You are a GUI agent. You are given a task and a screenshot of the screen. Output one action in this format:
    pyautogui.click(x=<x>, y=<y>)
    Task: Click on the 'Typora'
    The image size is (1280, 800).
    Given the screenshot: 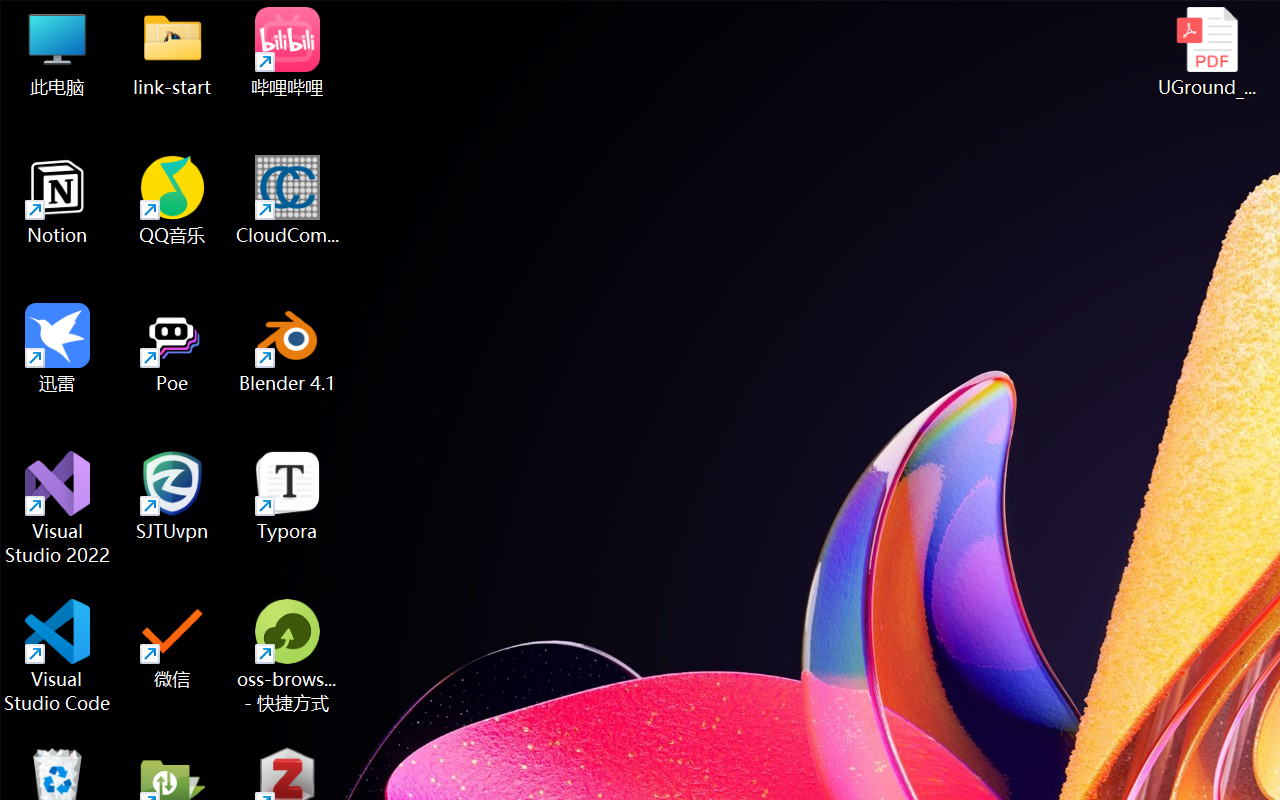 What is the action you would take?
    pyautogui.click(x=287, y=496)
    